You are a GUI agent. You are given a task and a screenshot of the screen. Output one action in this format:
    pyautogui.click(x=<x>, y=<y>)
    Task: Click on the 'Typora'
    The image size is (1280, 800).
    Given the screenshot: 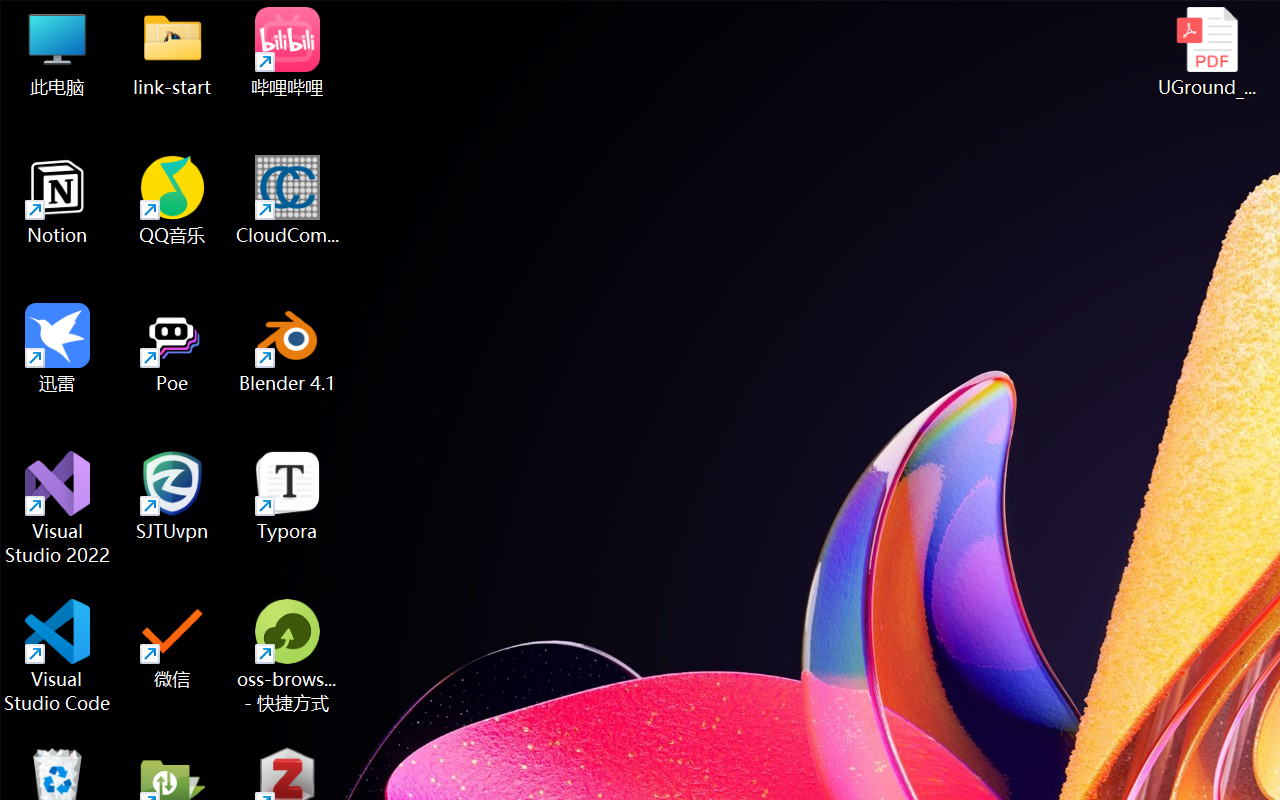 What is the action you would take?
    pyautogui.click(x=287, y=496)
    